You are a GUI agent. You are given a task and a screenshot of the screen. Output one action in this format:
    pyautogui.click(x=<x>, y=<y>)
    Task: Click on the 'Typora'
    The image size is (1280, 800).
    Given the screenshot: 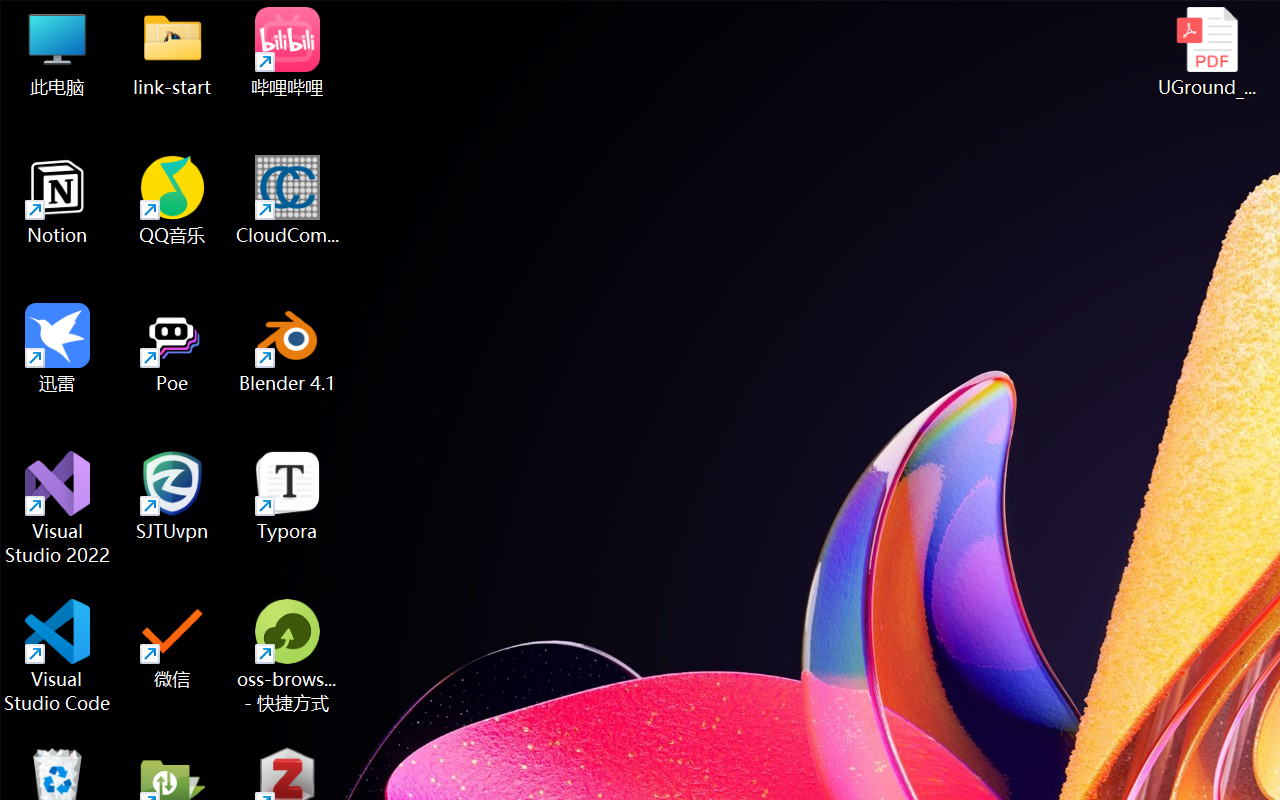 What is the action you would take?
    pyautogui.click(x=287, y=496)
    